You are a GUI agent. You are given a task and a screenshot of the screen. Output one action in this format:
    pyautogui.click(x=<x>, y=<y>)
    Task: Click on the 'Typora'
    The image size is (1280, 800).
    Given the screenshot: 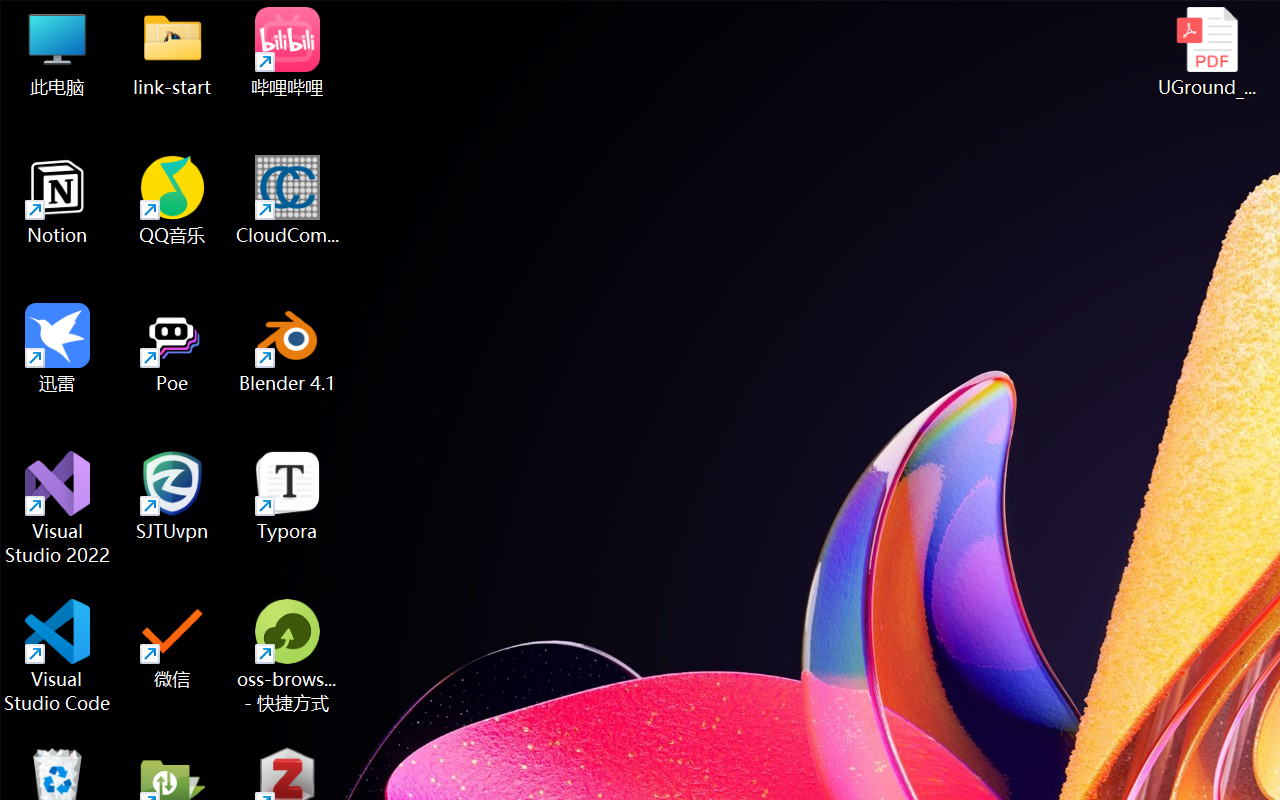 What is the action you would take?
    pyautogui.click(x=287, y=496)
    